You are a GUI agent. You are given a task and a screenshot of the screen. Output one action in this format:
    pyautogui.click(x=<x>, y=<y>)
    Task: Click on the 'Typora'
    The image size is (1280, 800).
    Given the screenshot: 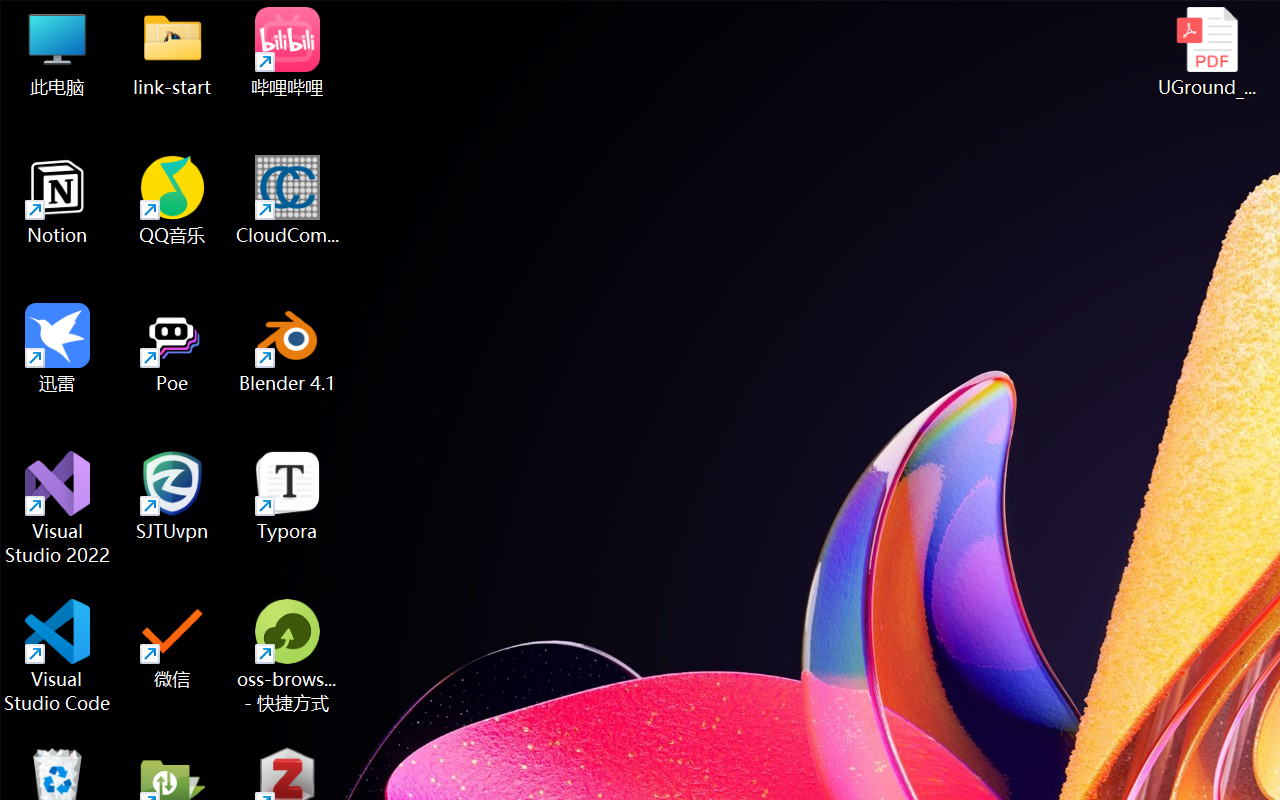 What is the action you would take?
    pyautogui.click(x=287, y=496)
    